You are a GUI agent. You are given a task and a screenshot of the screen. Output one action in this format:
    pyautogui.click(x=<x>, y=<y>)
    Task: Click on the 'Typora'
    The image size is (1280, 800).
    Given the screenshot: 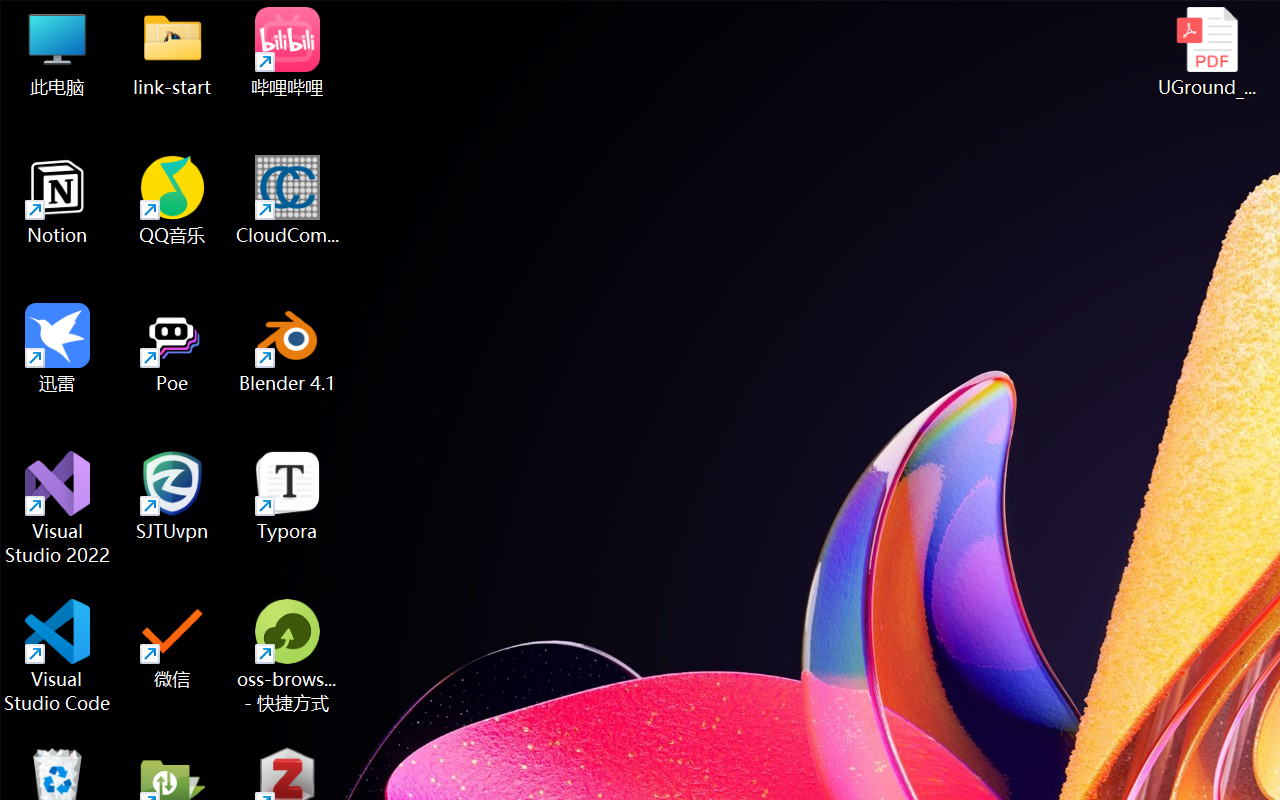 What is the action you would take?
    pyautogui.click(x=287, y=496)
    